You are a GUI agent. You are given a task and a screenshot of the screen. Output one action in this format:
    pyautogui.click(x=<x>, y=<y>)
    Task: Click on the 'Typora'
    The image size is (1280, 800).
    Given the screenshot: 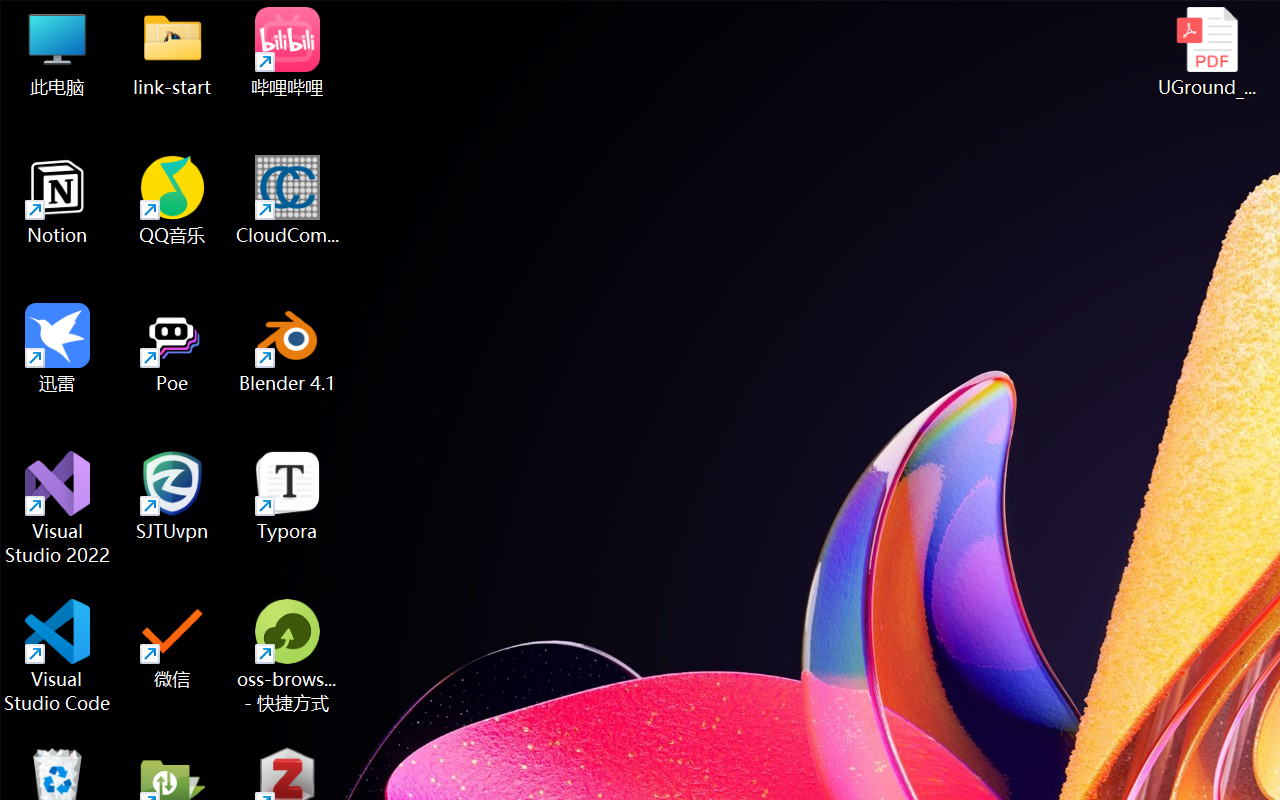 What is the action you would take?
    pyautogui.click(x=287, y=496)
    